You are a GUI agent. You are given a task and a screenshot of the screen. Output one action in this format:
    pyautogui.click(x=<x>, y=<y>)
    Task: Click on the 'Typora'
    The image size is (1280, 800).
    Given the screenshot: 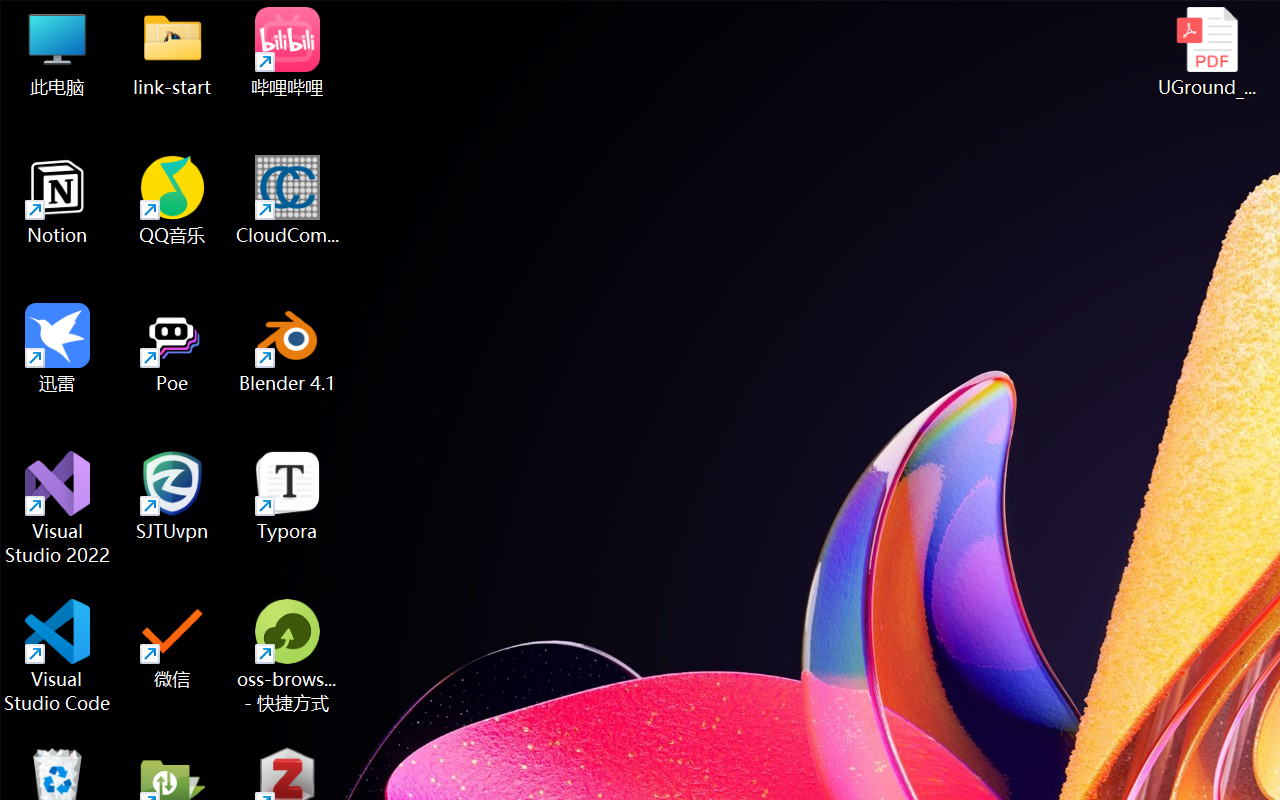 What is the action you would take?
    pyautogui.click(x=287, y=496)
    